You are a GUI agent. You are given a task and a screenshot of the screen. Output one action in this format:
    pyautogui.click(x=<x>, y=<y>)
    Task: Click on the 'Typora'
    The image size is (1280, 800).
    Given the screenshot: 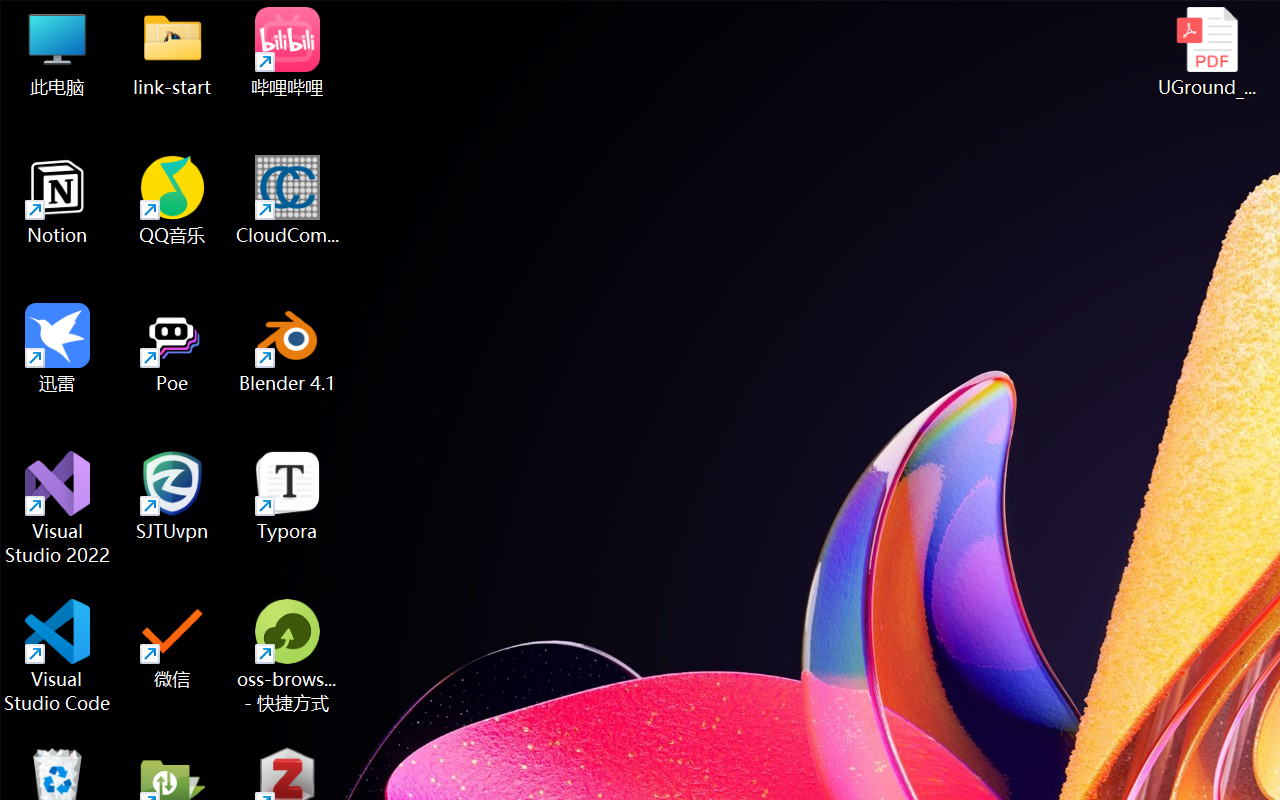 What is the action you would take?
    pyautogui.click(x=287, y=496)
    